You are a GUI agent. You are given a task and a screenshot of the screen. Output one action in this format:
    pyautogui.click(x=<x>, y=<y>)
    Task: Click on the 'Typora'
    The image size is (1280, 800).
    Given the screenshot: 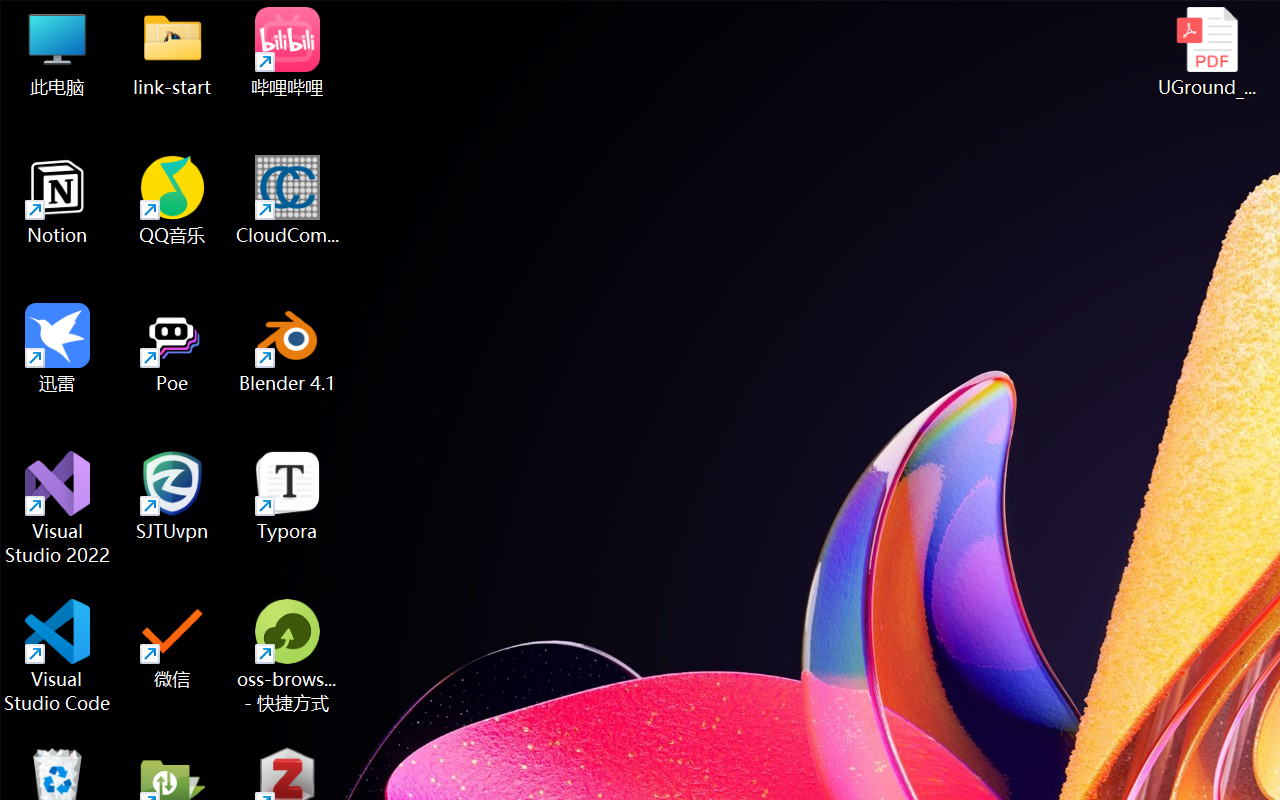 What is the action you would take?
    pyautogui.click(x=287, y=496)
    